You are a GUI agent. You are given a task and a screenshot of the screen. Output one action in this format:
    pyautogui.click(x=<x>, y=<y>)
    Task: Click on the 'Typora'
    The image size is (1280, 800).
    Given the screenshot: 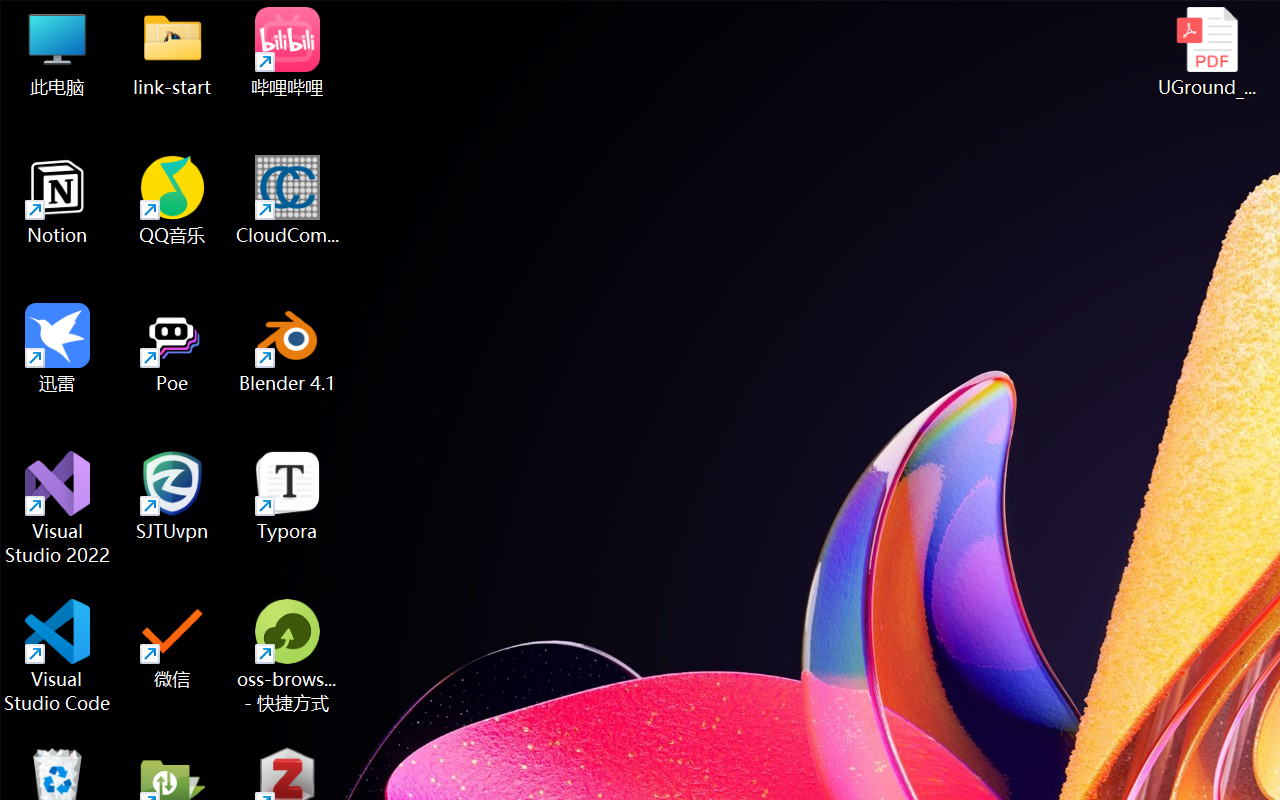 What is the action you would take?
    pyautogui.click(x=287, y=496)
    